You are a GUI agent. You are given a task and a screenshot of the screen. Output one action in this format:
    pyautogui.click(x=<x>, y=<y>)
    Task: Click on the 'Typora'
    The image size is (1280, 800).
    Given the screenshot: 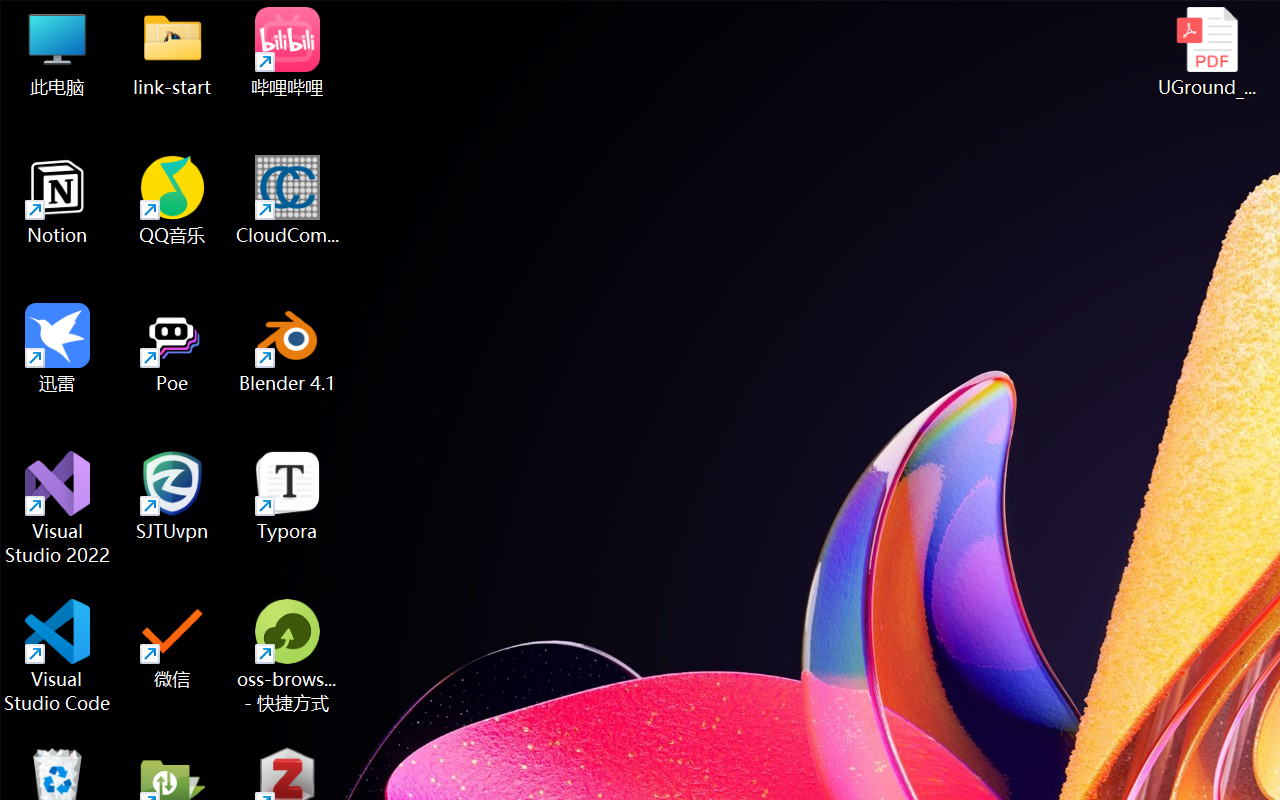 What is the action you would take?
    pyautogui.click(x=287, y=496)
    